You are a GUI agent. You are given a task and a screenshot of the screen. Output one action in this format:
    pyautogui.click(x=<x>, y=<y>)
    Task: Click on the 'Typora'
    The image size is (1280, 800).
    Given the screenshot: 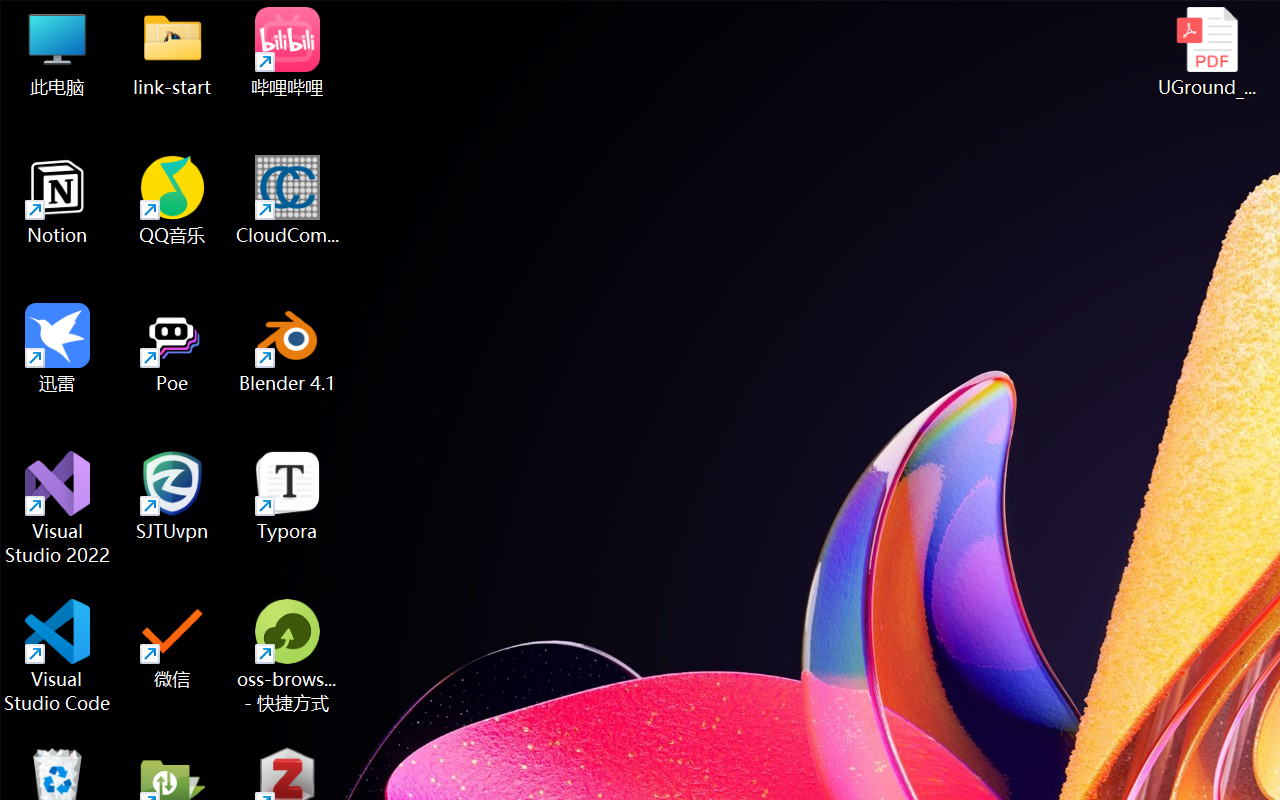 What is the action you would take?
    pyautogui.click(x=287, y=496)
    